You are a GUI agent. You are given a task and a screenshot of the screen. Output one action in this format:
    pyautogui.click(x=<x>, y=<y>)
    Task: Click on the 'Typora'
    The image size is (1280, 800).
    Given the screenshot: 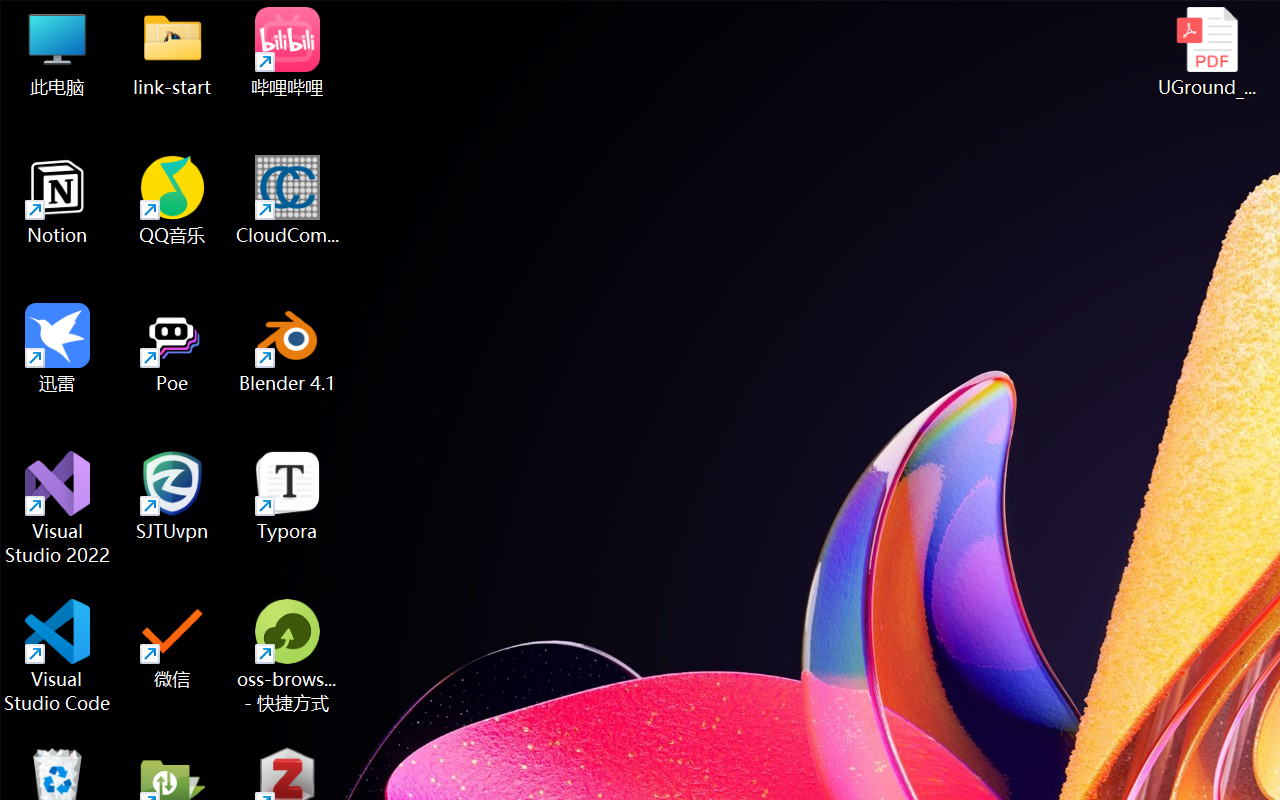 What is the action you would take?
    pyautogui.click(x=287, y=496)
    